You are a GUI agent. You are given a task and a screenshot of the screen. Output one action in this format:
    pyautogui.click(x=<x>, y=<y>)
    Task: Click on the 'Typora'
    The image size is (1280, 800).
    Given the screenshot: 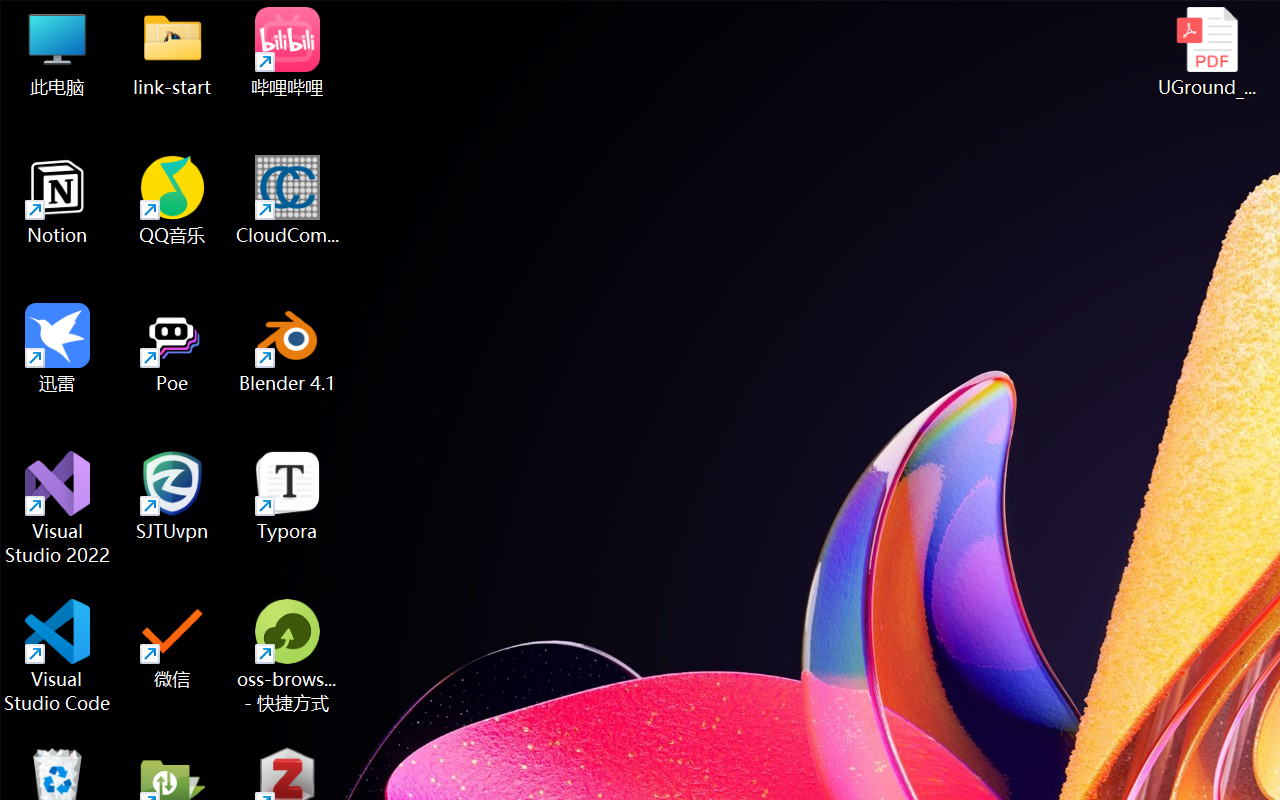 What is the action you would take?
    pyautogui.click(x=287, y=496)
    